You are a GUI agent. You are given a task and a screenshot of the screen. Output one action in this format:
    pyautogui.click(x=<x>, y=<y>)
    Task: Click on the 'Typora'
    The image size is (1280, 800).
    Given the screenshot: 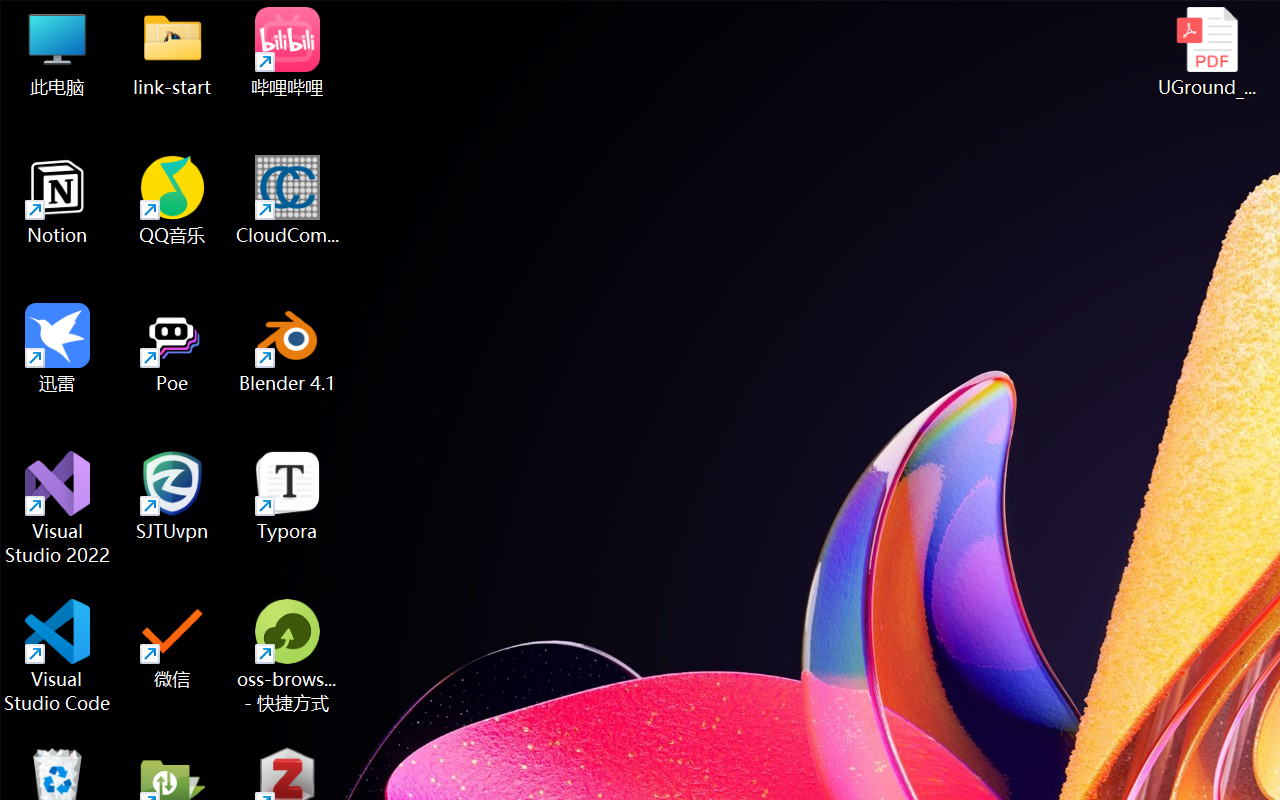 What is the action you would take?
    pyautogui.click(x=287, y=496)
    